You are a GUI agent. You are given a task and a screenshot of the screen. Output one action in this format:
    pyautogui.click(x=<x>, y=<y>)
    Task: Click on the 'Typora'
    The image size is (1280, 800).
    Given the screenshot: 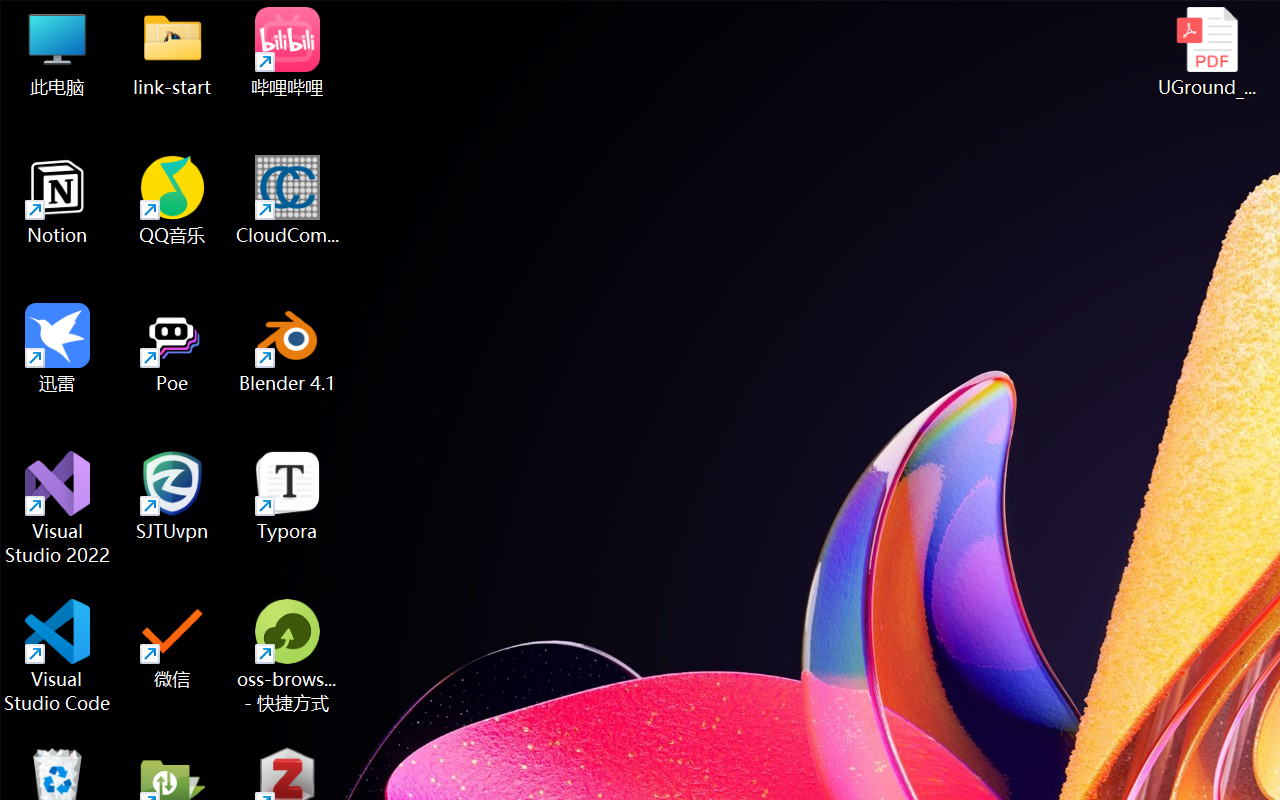 What is the action you would take?
    pyautogui.click(x=287, y=496)
    